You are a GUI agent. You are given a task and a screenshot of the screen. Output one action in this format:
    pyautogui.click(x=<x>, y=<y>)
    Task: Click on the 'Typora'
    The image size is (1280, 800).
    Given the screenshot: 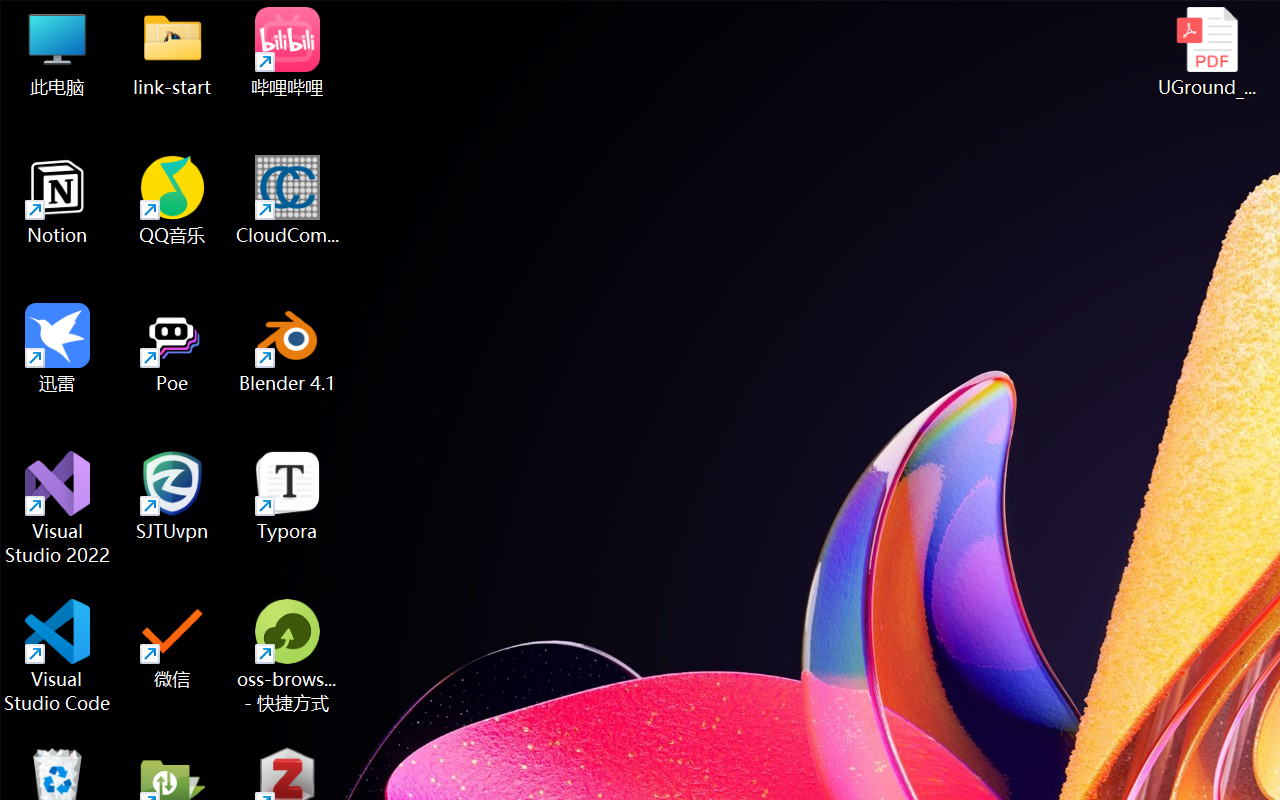 What is the action you would take?
    pyautogui.click(x=287, y=496)
    